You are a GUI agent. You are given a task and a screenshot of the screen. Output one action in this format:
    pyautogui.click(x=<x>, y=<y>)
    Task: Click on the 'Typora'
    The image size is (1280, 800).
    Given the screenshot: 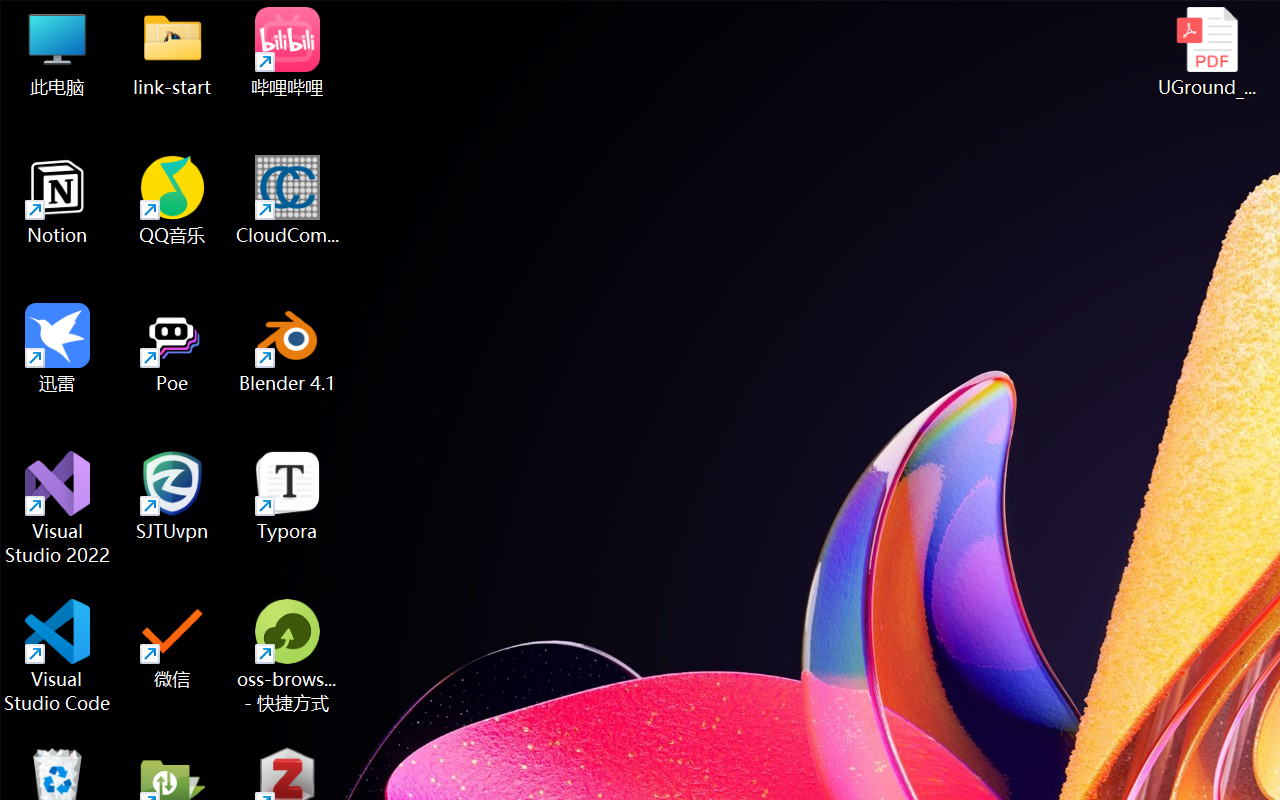 What is the action you would take?
    pyautogui.click(x=287, y=496)
    